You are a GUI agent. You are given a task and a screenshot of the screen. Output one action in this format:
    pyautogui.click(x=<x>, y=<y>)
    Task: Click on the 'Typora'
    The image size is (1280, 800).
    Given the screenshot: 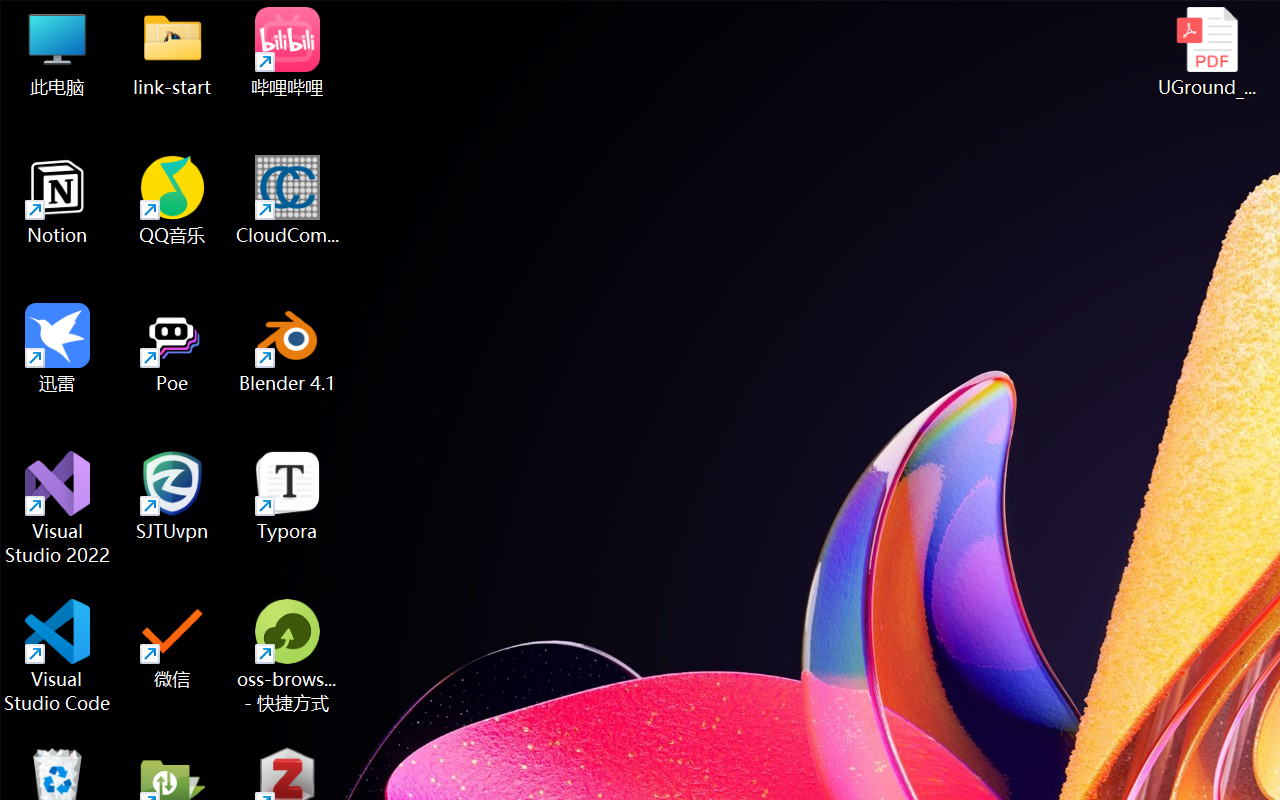 What is the action you would take?
    pyautogui.click(x=287, y=496)
    